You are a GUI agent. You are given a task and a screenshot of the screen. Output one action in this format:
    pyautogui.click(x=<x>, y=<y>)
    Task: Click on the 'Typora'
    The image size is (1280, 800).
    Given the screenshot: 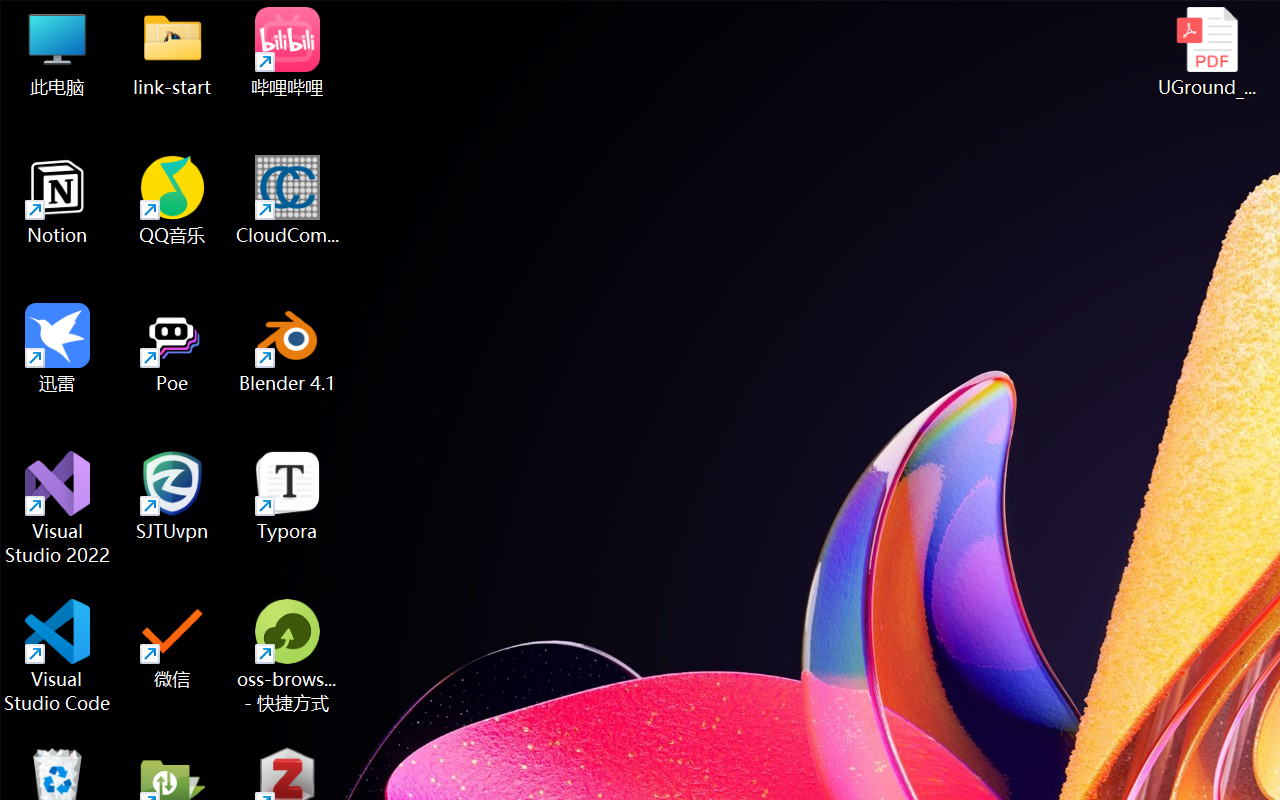 What is the action you would take?
    pyautogui.click(x=287, y=496)
    